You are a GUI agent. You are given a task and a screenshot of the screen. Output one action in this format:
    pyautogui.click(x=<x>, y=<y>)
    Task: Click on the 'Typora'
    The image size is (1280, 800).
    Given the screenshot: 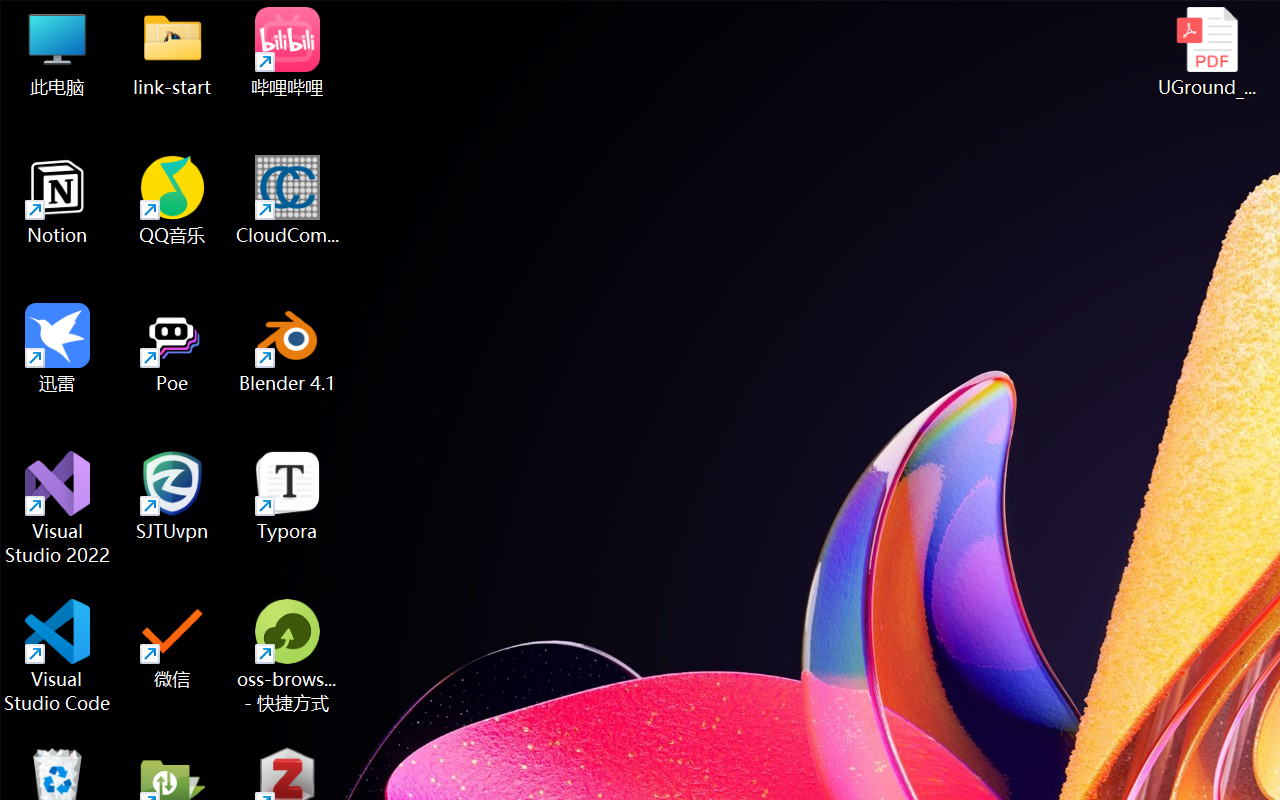 What is the action you would take?
    pyautogui.click(x=287, y=496)
    